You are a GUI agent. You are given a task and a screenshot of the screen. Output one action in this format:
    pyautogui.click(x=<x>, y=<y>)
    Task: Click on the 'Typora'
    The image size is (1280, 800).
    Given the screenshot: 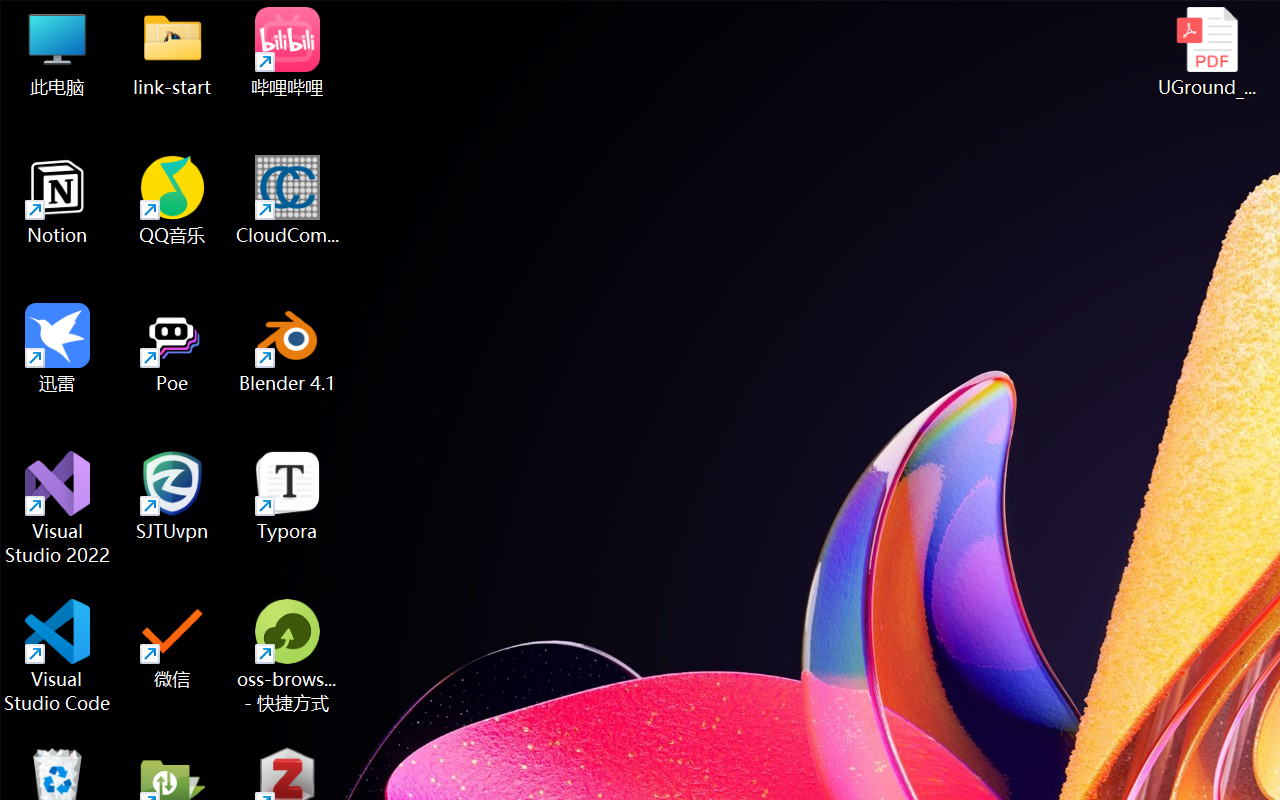 What is the action you would take?
    pyautogui.click(x=287, y=496)
    